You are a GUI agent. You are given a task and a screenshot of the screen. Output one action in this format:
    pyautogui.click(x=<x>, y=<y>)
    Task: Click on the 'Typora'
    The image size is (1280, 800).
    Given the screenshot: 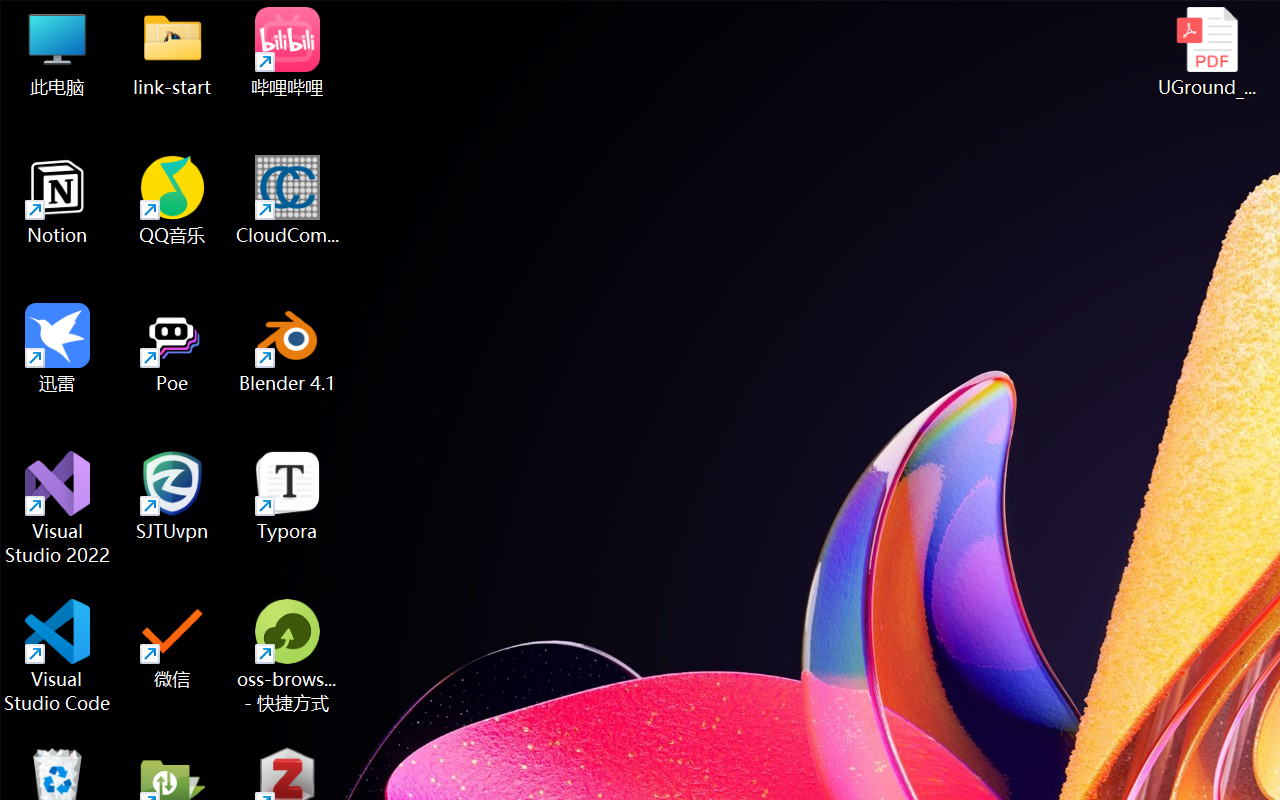 What is the action you would take?
    pyautogui.click(x=287, y=496)
    